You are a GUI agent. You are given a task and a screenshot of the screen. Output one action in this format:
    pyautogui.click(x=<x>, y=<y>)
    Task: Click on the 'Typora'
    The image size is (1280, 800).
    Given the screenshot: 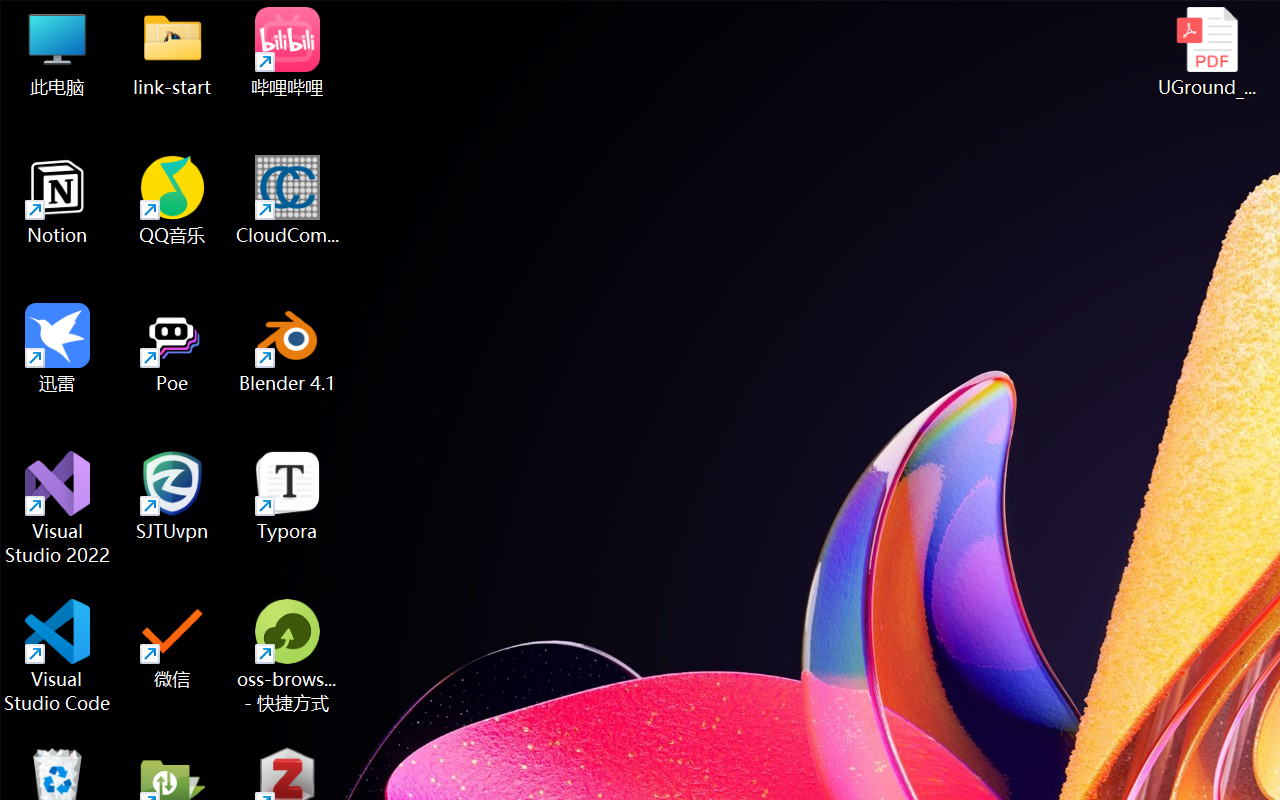 What is the action you would take?
    pyautogui.click(x=287, y=496)
    